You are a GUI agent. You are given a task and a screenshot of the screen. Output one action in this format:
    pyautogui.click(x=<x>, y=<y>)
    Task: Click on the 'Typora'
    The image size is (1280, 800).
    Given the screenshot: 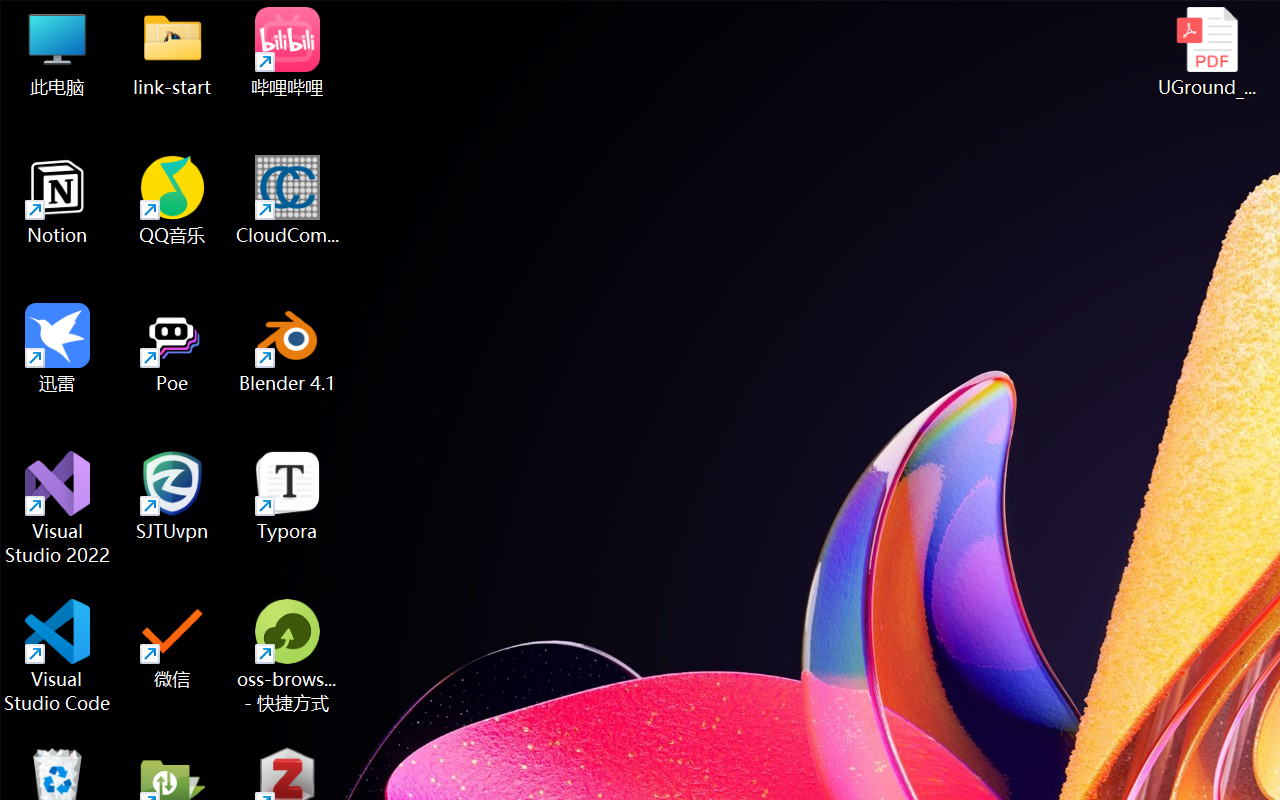 What is the action you would take?
    pyautogui.click(x=287, y=496)
    